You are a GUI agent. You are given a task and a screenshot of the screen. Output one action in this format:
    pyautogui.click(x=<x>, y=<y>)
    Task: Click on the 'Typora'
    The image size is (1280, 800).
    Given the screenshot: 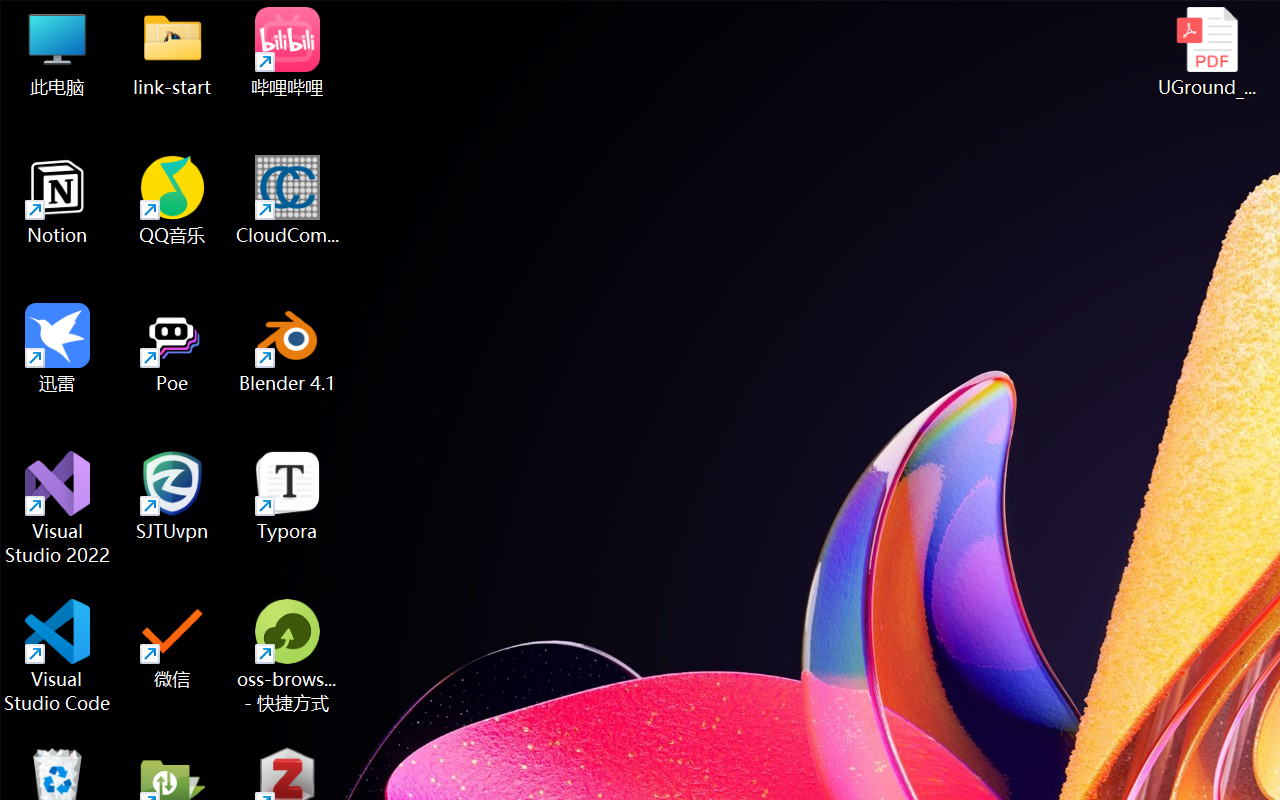 What is the action you would take?
    pyautogui.click(x=287, y=496)
    